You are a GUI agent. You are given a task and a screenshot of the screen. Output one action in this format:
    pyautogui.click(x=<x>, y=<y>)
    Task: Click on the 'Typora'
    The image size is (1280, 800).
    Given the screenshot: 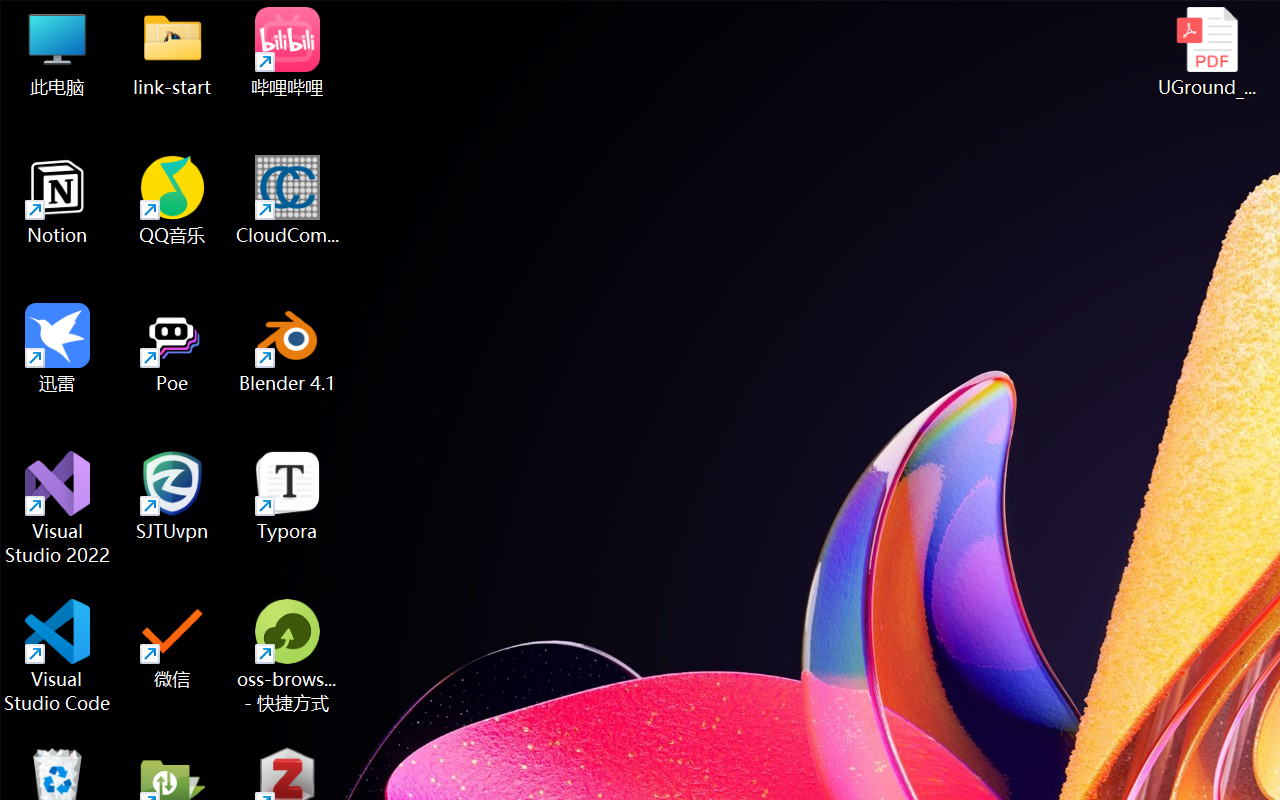 What is the action you would take?
    pyautogui.click(x=287, y=496)
    